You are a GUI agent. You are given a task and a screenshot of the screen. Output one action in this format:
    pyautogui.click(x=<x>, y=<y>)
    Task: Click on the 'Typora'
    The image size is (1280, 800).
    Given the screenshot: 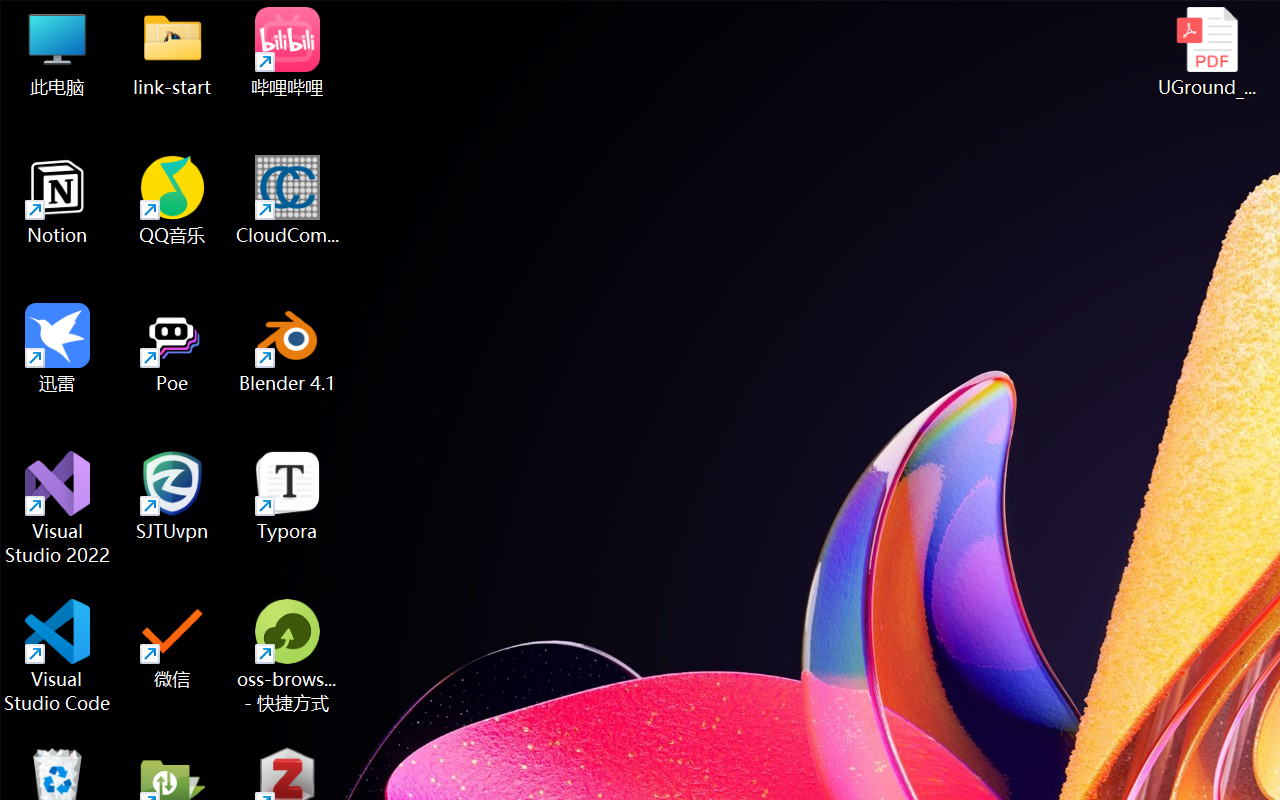 What is the action you would take?
    pyautogui.click(x=287, y=496)
    